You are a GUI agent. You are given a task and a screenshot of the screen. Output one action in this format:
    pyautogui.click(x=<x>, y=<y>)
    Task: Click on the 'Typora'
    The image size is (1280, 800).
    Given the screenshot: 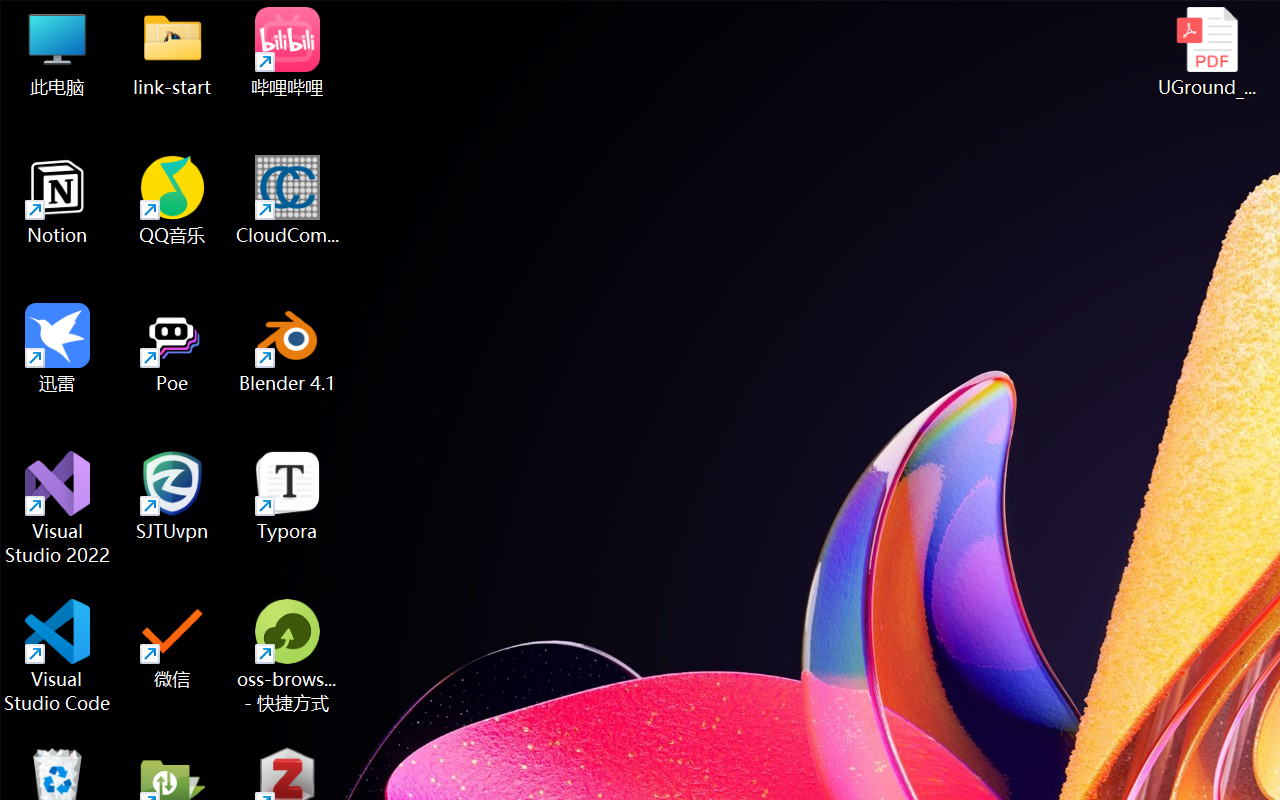 What is the action you would take?
    pyautogui.click(x=287, y=496)
    